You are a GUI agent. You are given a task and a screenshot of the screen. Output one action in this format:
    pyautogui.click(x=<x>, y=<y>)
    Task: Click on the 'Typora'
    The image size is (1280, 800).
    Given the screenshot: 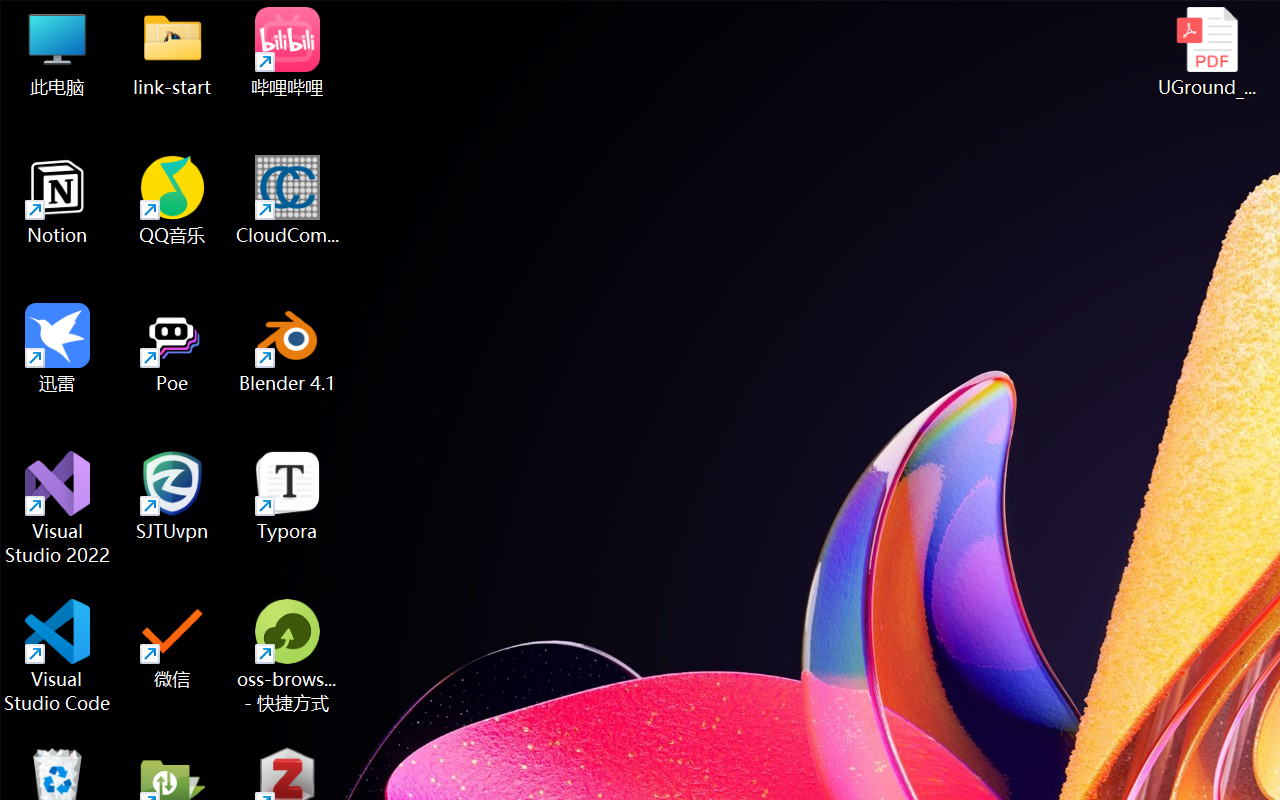 What is the action you would take?
    pyautogui.click(x=287, y=496)
    